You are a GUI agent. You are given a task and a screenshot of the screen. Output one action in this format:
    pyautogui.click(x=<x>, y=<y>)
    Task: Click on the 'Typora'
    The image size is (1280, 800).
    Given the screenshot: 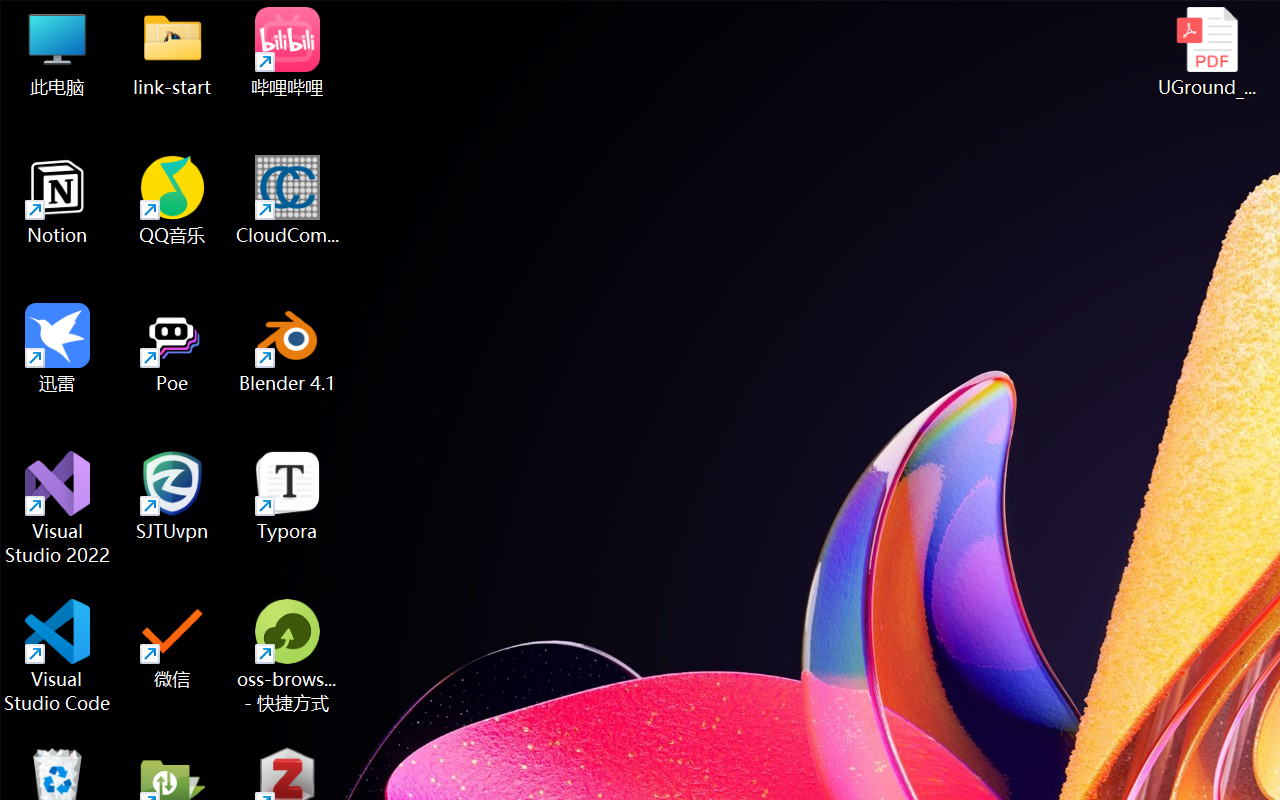 What is the action you would take?
    pyautogui.click(x=287, y=496)
    